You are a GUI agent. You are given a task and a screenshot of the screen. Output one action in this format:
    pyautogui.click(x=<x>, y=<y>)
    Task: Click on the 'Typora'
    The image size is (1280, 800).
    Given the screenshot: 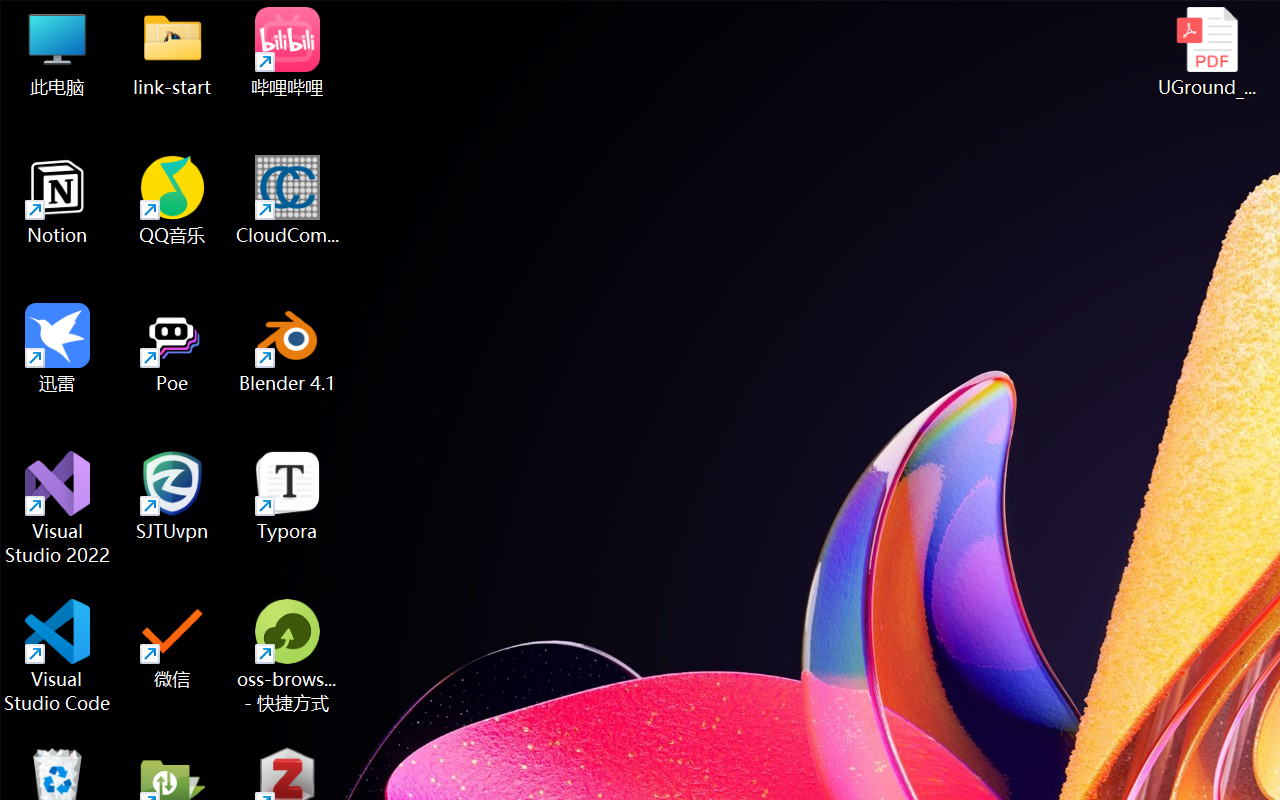 What is the action you would take?
    pyautogui.click(x=287, y=496)
    